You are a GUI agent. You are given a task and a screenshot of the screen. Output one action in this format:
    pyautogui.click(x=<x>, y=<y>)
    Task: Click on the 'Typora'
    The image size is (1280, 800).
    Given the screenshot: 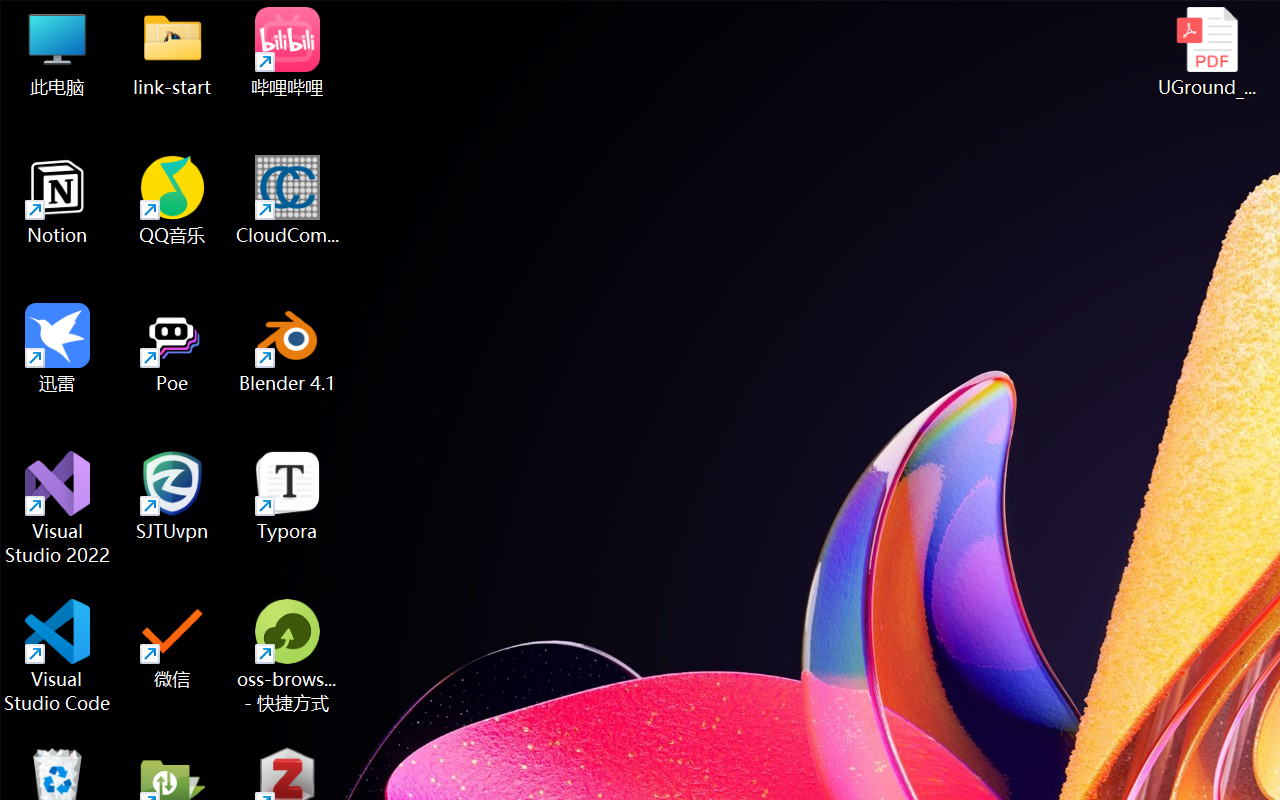 What is the action you would take?
    pyautogui.click(x=287, y=496)
    